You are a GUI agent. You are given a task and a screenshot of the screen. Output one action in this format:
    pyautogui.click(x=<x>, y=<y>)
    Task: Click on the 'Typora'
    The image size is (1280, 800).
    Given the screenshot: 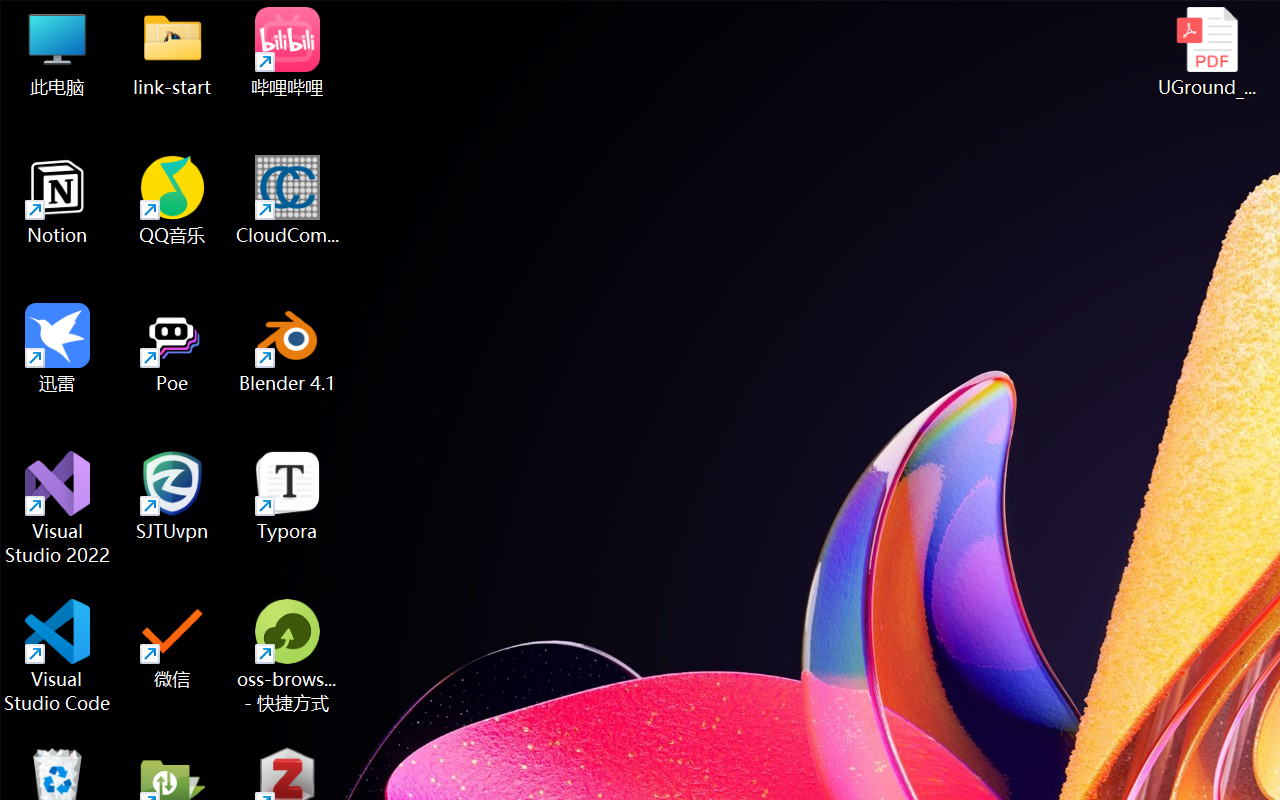 What is the action you would take?
    pyautogui.click(x=287, y=496)
    